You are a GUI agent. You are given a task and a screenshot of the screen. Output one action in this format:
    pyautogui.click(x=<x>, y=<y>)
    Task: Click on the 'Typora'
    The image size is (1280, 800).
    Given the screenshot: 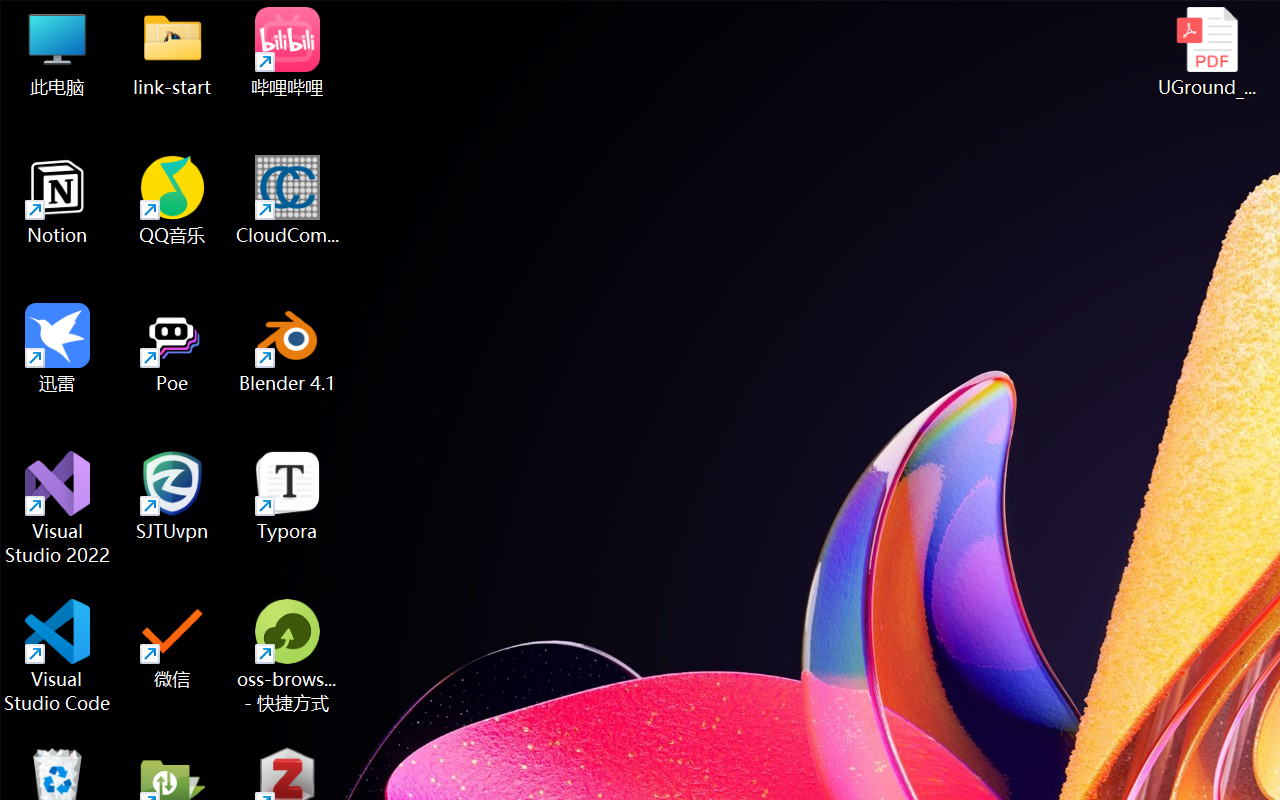 What is the action you would take?
    pyautogui.click(x=287, y=496)
    